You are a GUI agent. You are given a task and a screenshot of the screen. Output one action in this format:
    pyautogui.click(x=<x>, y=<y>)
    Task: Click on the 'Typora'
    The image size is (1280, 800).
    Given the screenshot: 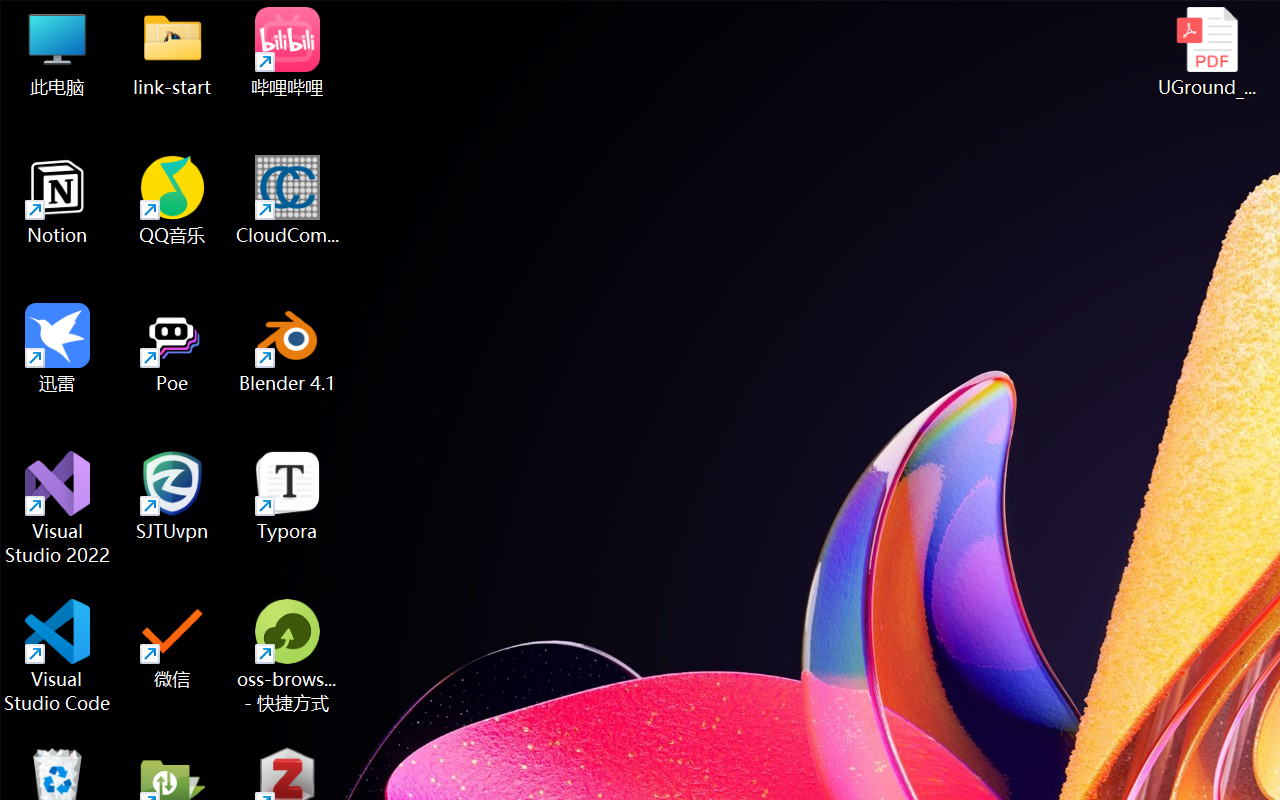 What is the action you would take?
    pyautogui.click(x=287, y=496)
    